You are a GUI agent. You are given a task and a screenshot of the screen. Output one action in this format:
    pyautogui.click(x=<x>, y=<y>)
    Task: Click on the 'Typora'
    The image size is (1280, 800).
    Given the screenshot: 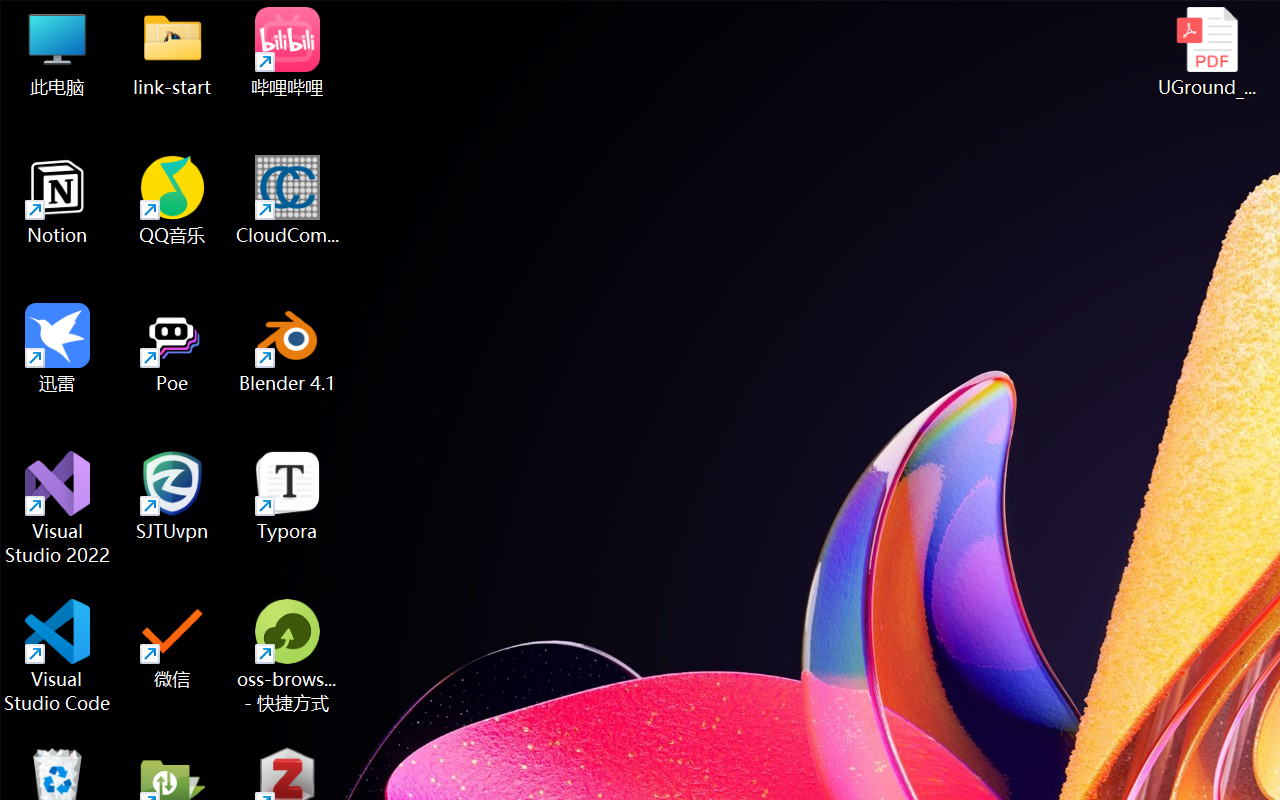 What is the action you would take?
    pyautogui.click(x=287, y=496)
    